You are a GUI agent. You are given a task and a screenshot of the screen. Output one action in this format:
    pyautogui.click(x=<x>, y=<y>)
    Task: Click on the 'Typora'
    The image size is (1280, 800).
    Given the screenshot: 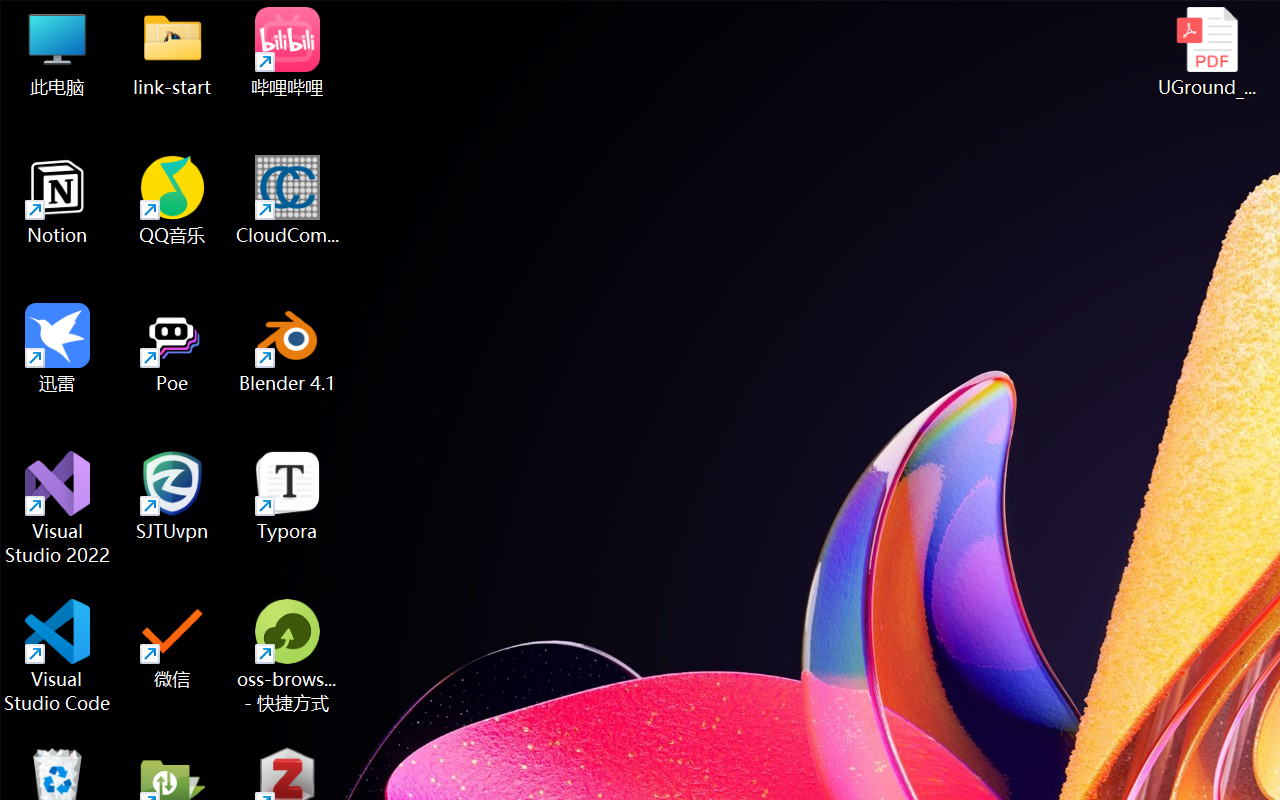 What is the action you would take?
    pyautogui.click(x=287, y=496)
    